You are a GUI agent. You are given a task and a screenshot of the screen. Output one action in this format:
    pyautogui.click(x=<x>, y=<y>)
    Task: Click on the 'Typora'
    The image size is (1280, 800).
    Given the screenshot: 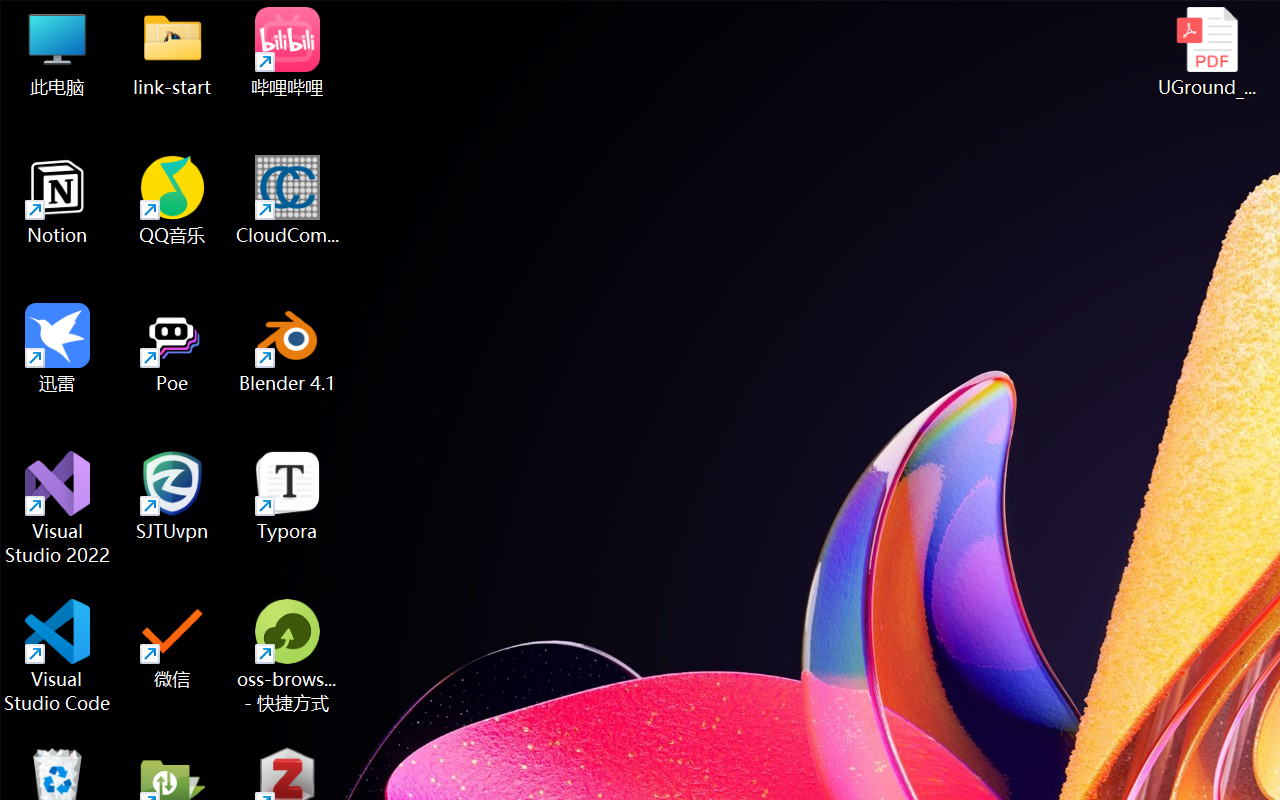 What is the action you would take?
    pyautogui.click(x=287, y=496)
    